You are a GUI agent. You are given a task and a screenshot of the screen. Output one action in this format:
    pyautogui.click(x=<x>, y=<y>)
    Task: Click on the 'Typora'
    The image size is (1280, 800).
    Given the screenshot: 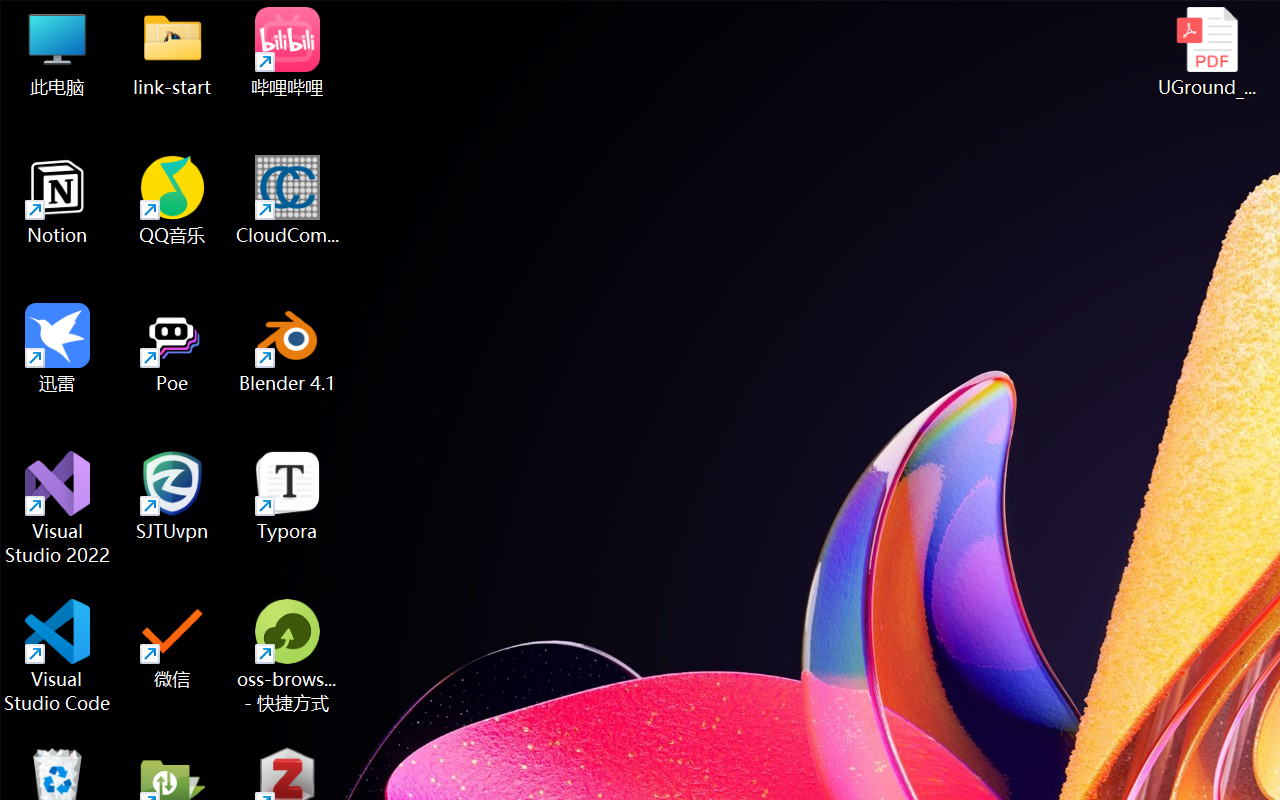 What is the action you would take?
    pyautogui.click(x=287, y=496)
    